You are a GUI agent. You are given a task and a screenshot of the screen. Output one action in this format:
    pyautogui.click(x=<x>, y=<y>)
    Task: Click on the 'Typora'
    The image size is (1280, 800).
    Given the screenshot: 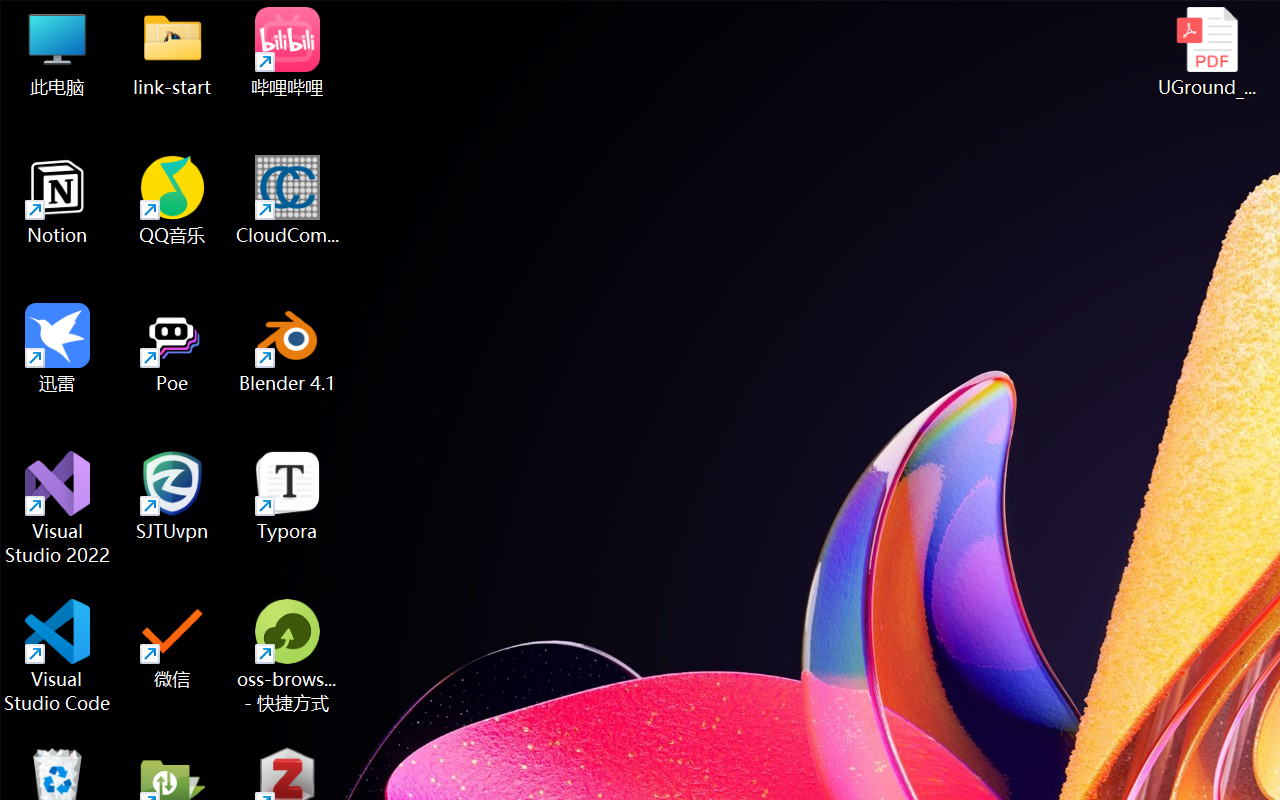 What is the action you would take?
    pyautogui.click(x=287, y=496)
    